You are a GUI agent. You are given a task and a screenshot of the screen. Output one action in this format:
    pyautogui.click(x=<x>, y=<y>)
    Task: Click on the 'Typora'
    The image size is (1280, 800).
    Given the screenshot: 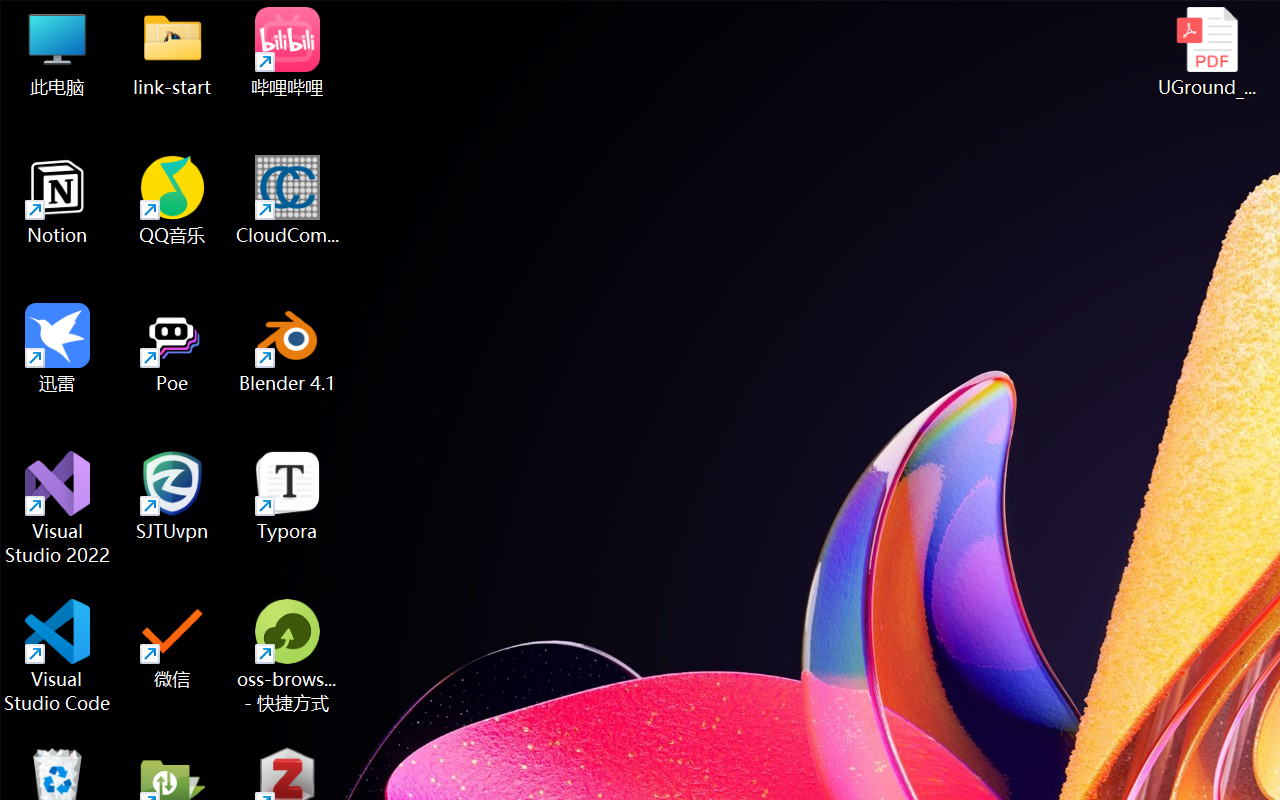 What is the action you would take?
    pyautogui.click(x=287, y=496)
    